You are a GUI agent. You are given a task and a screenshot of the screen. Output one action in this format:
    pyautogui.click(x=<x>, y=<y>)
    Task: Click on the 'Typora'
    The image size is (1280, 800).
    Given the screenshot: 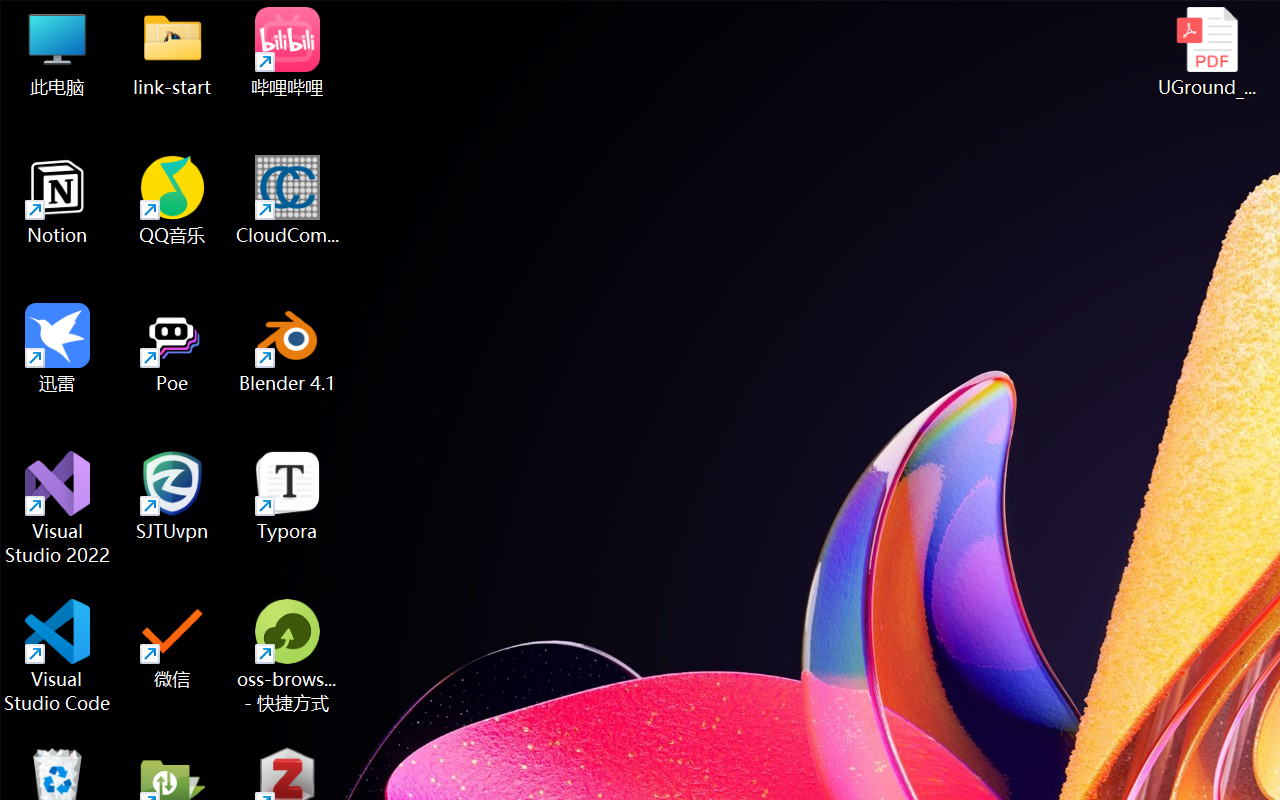 What is the action you would take?
    pyautogui.click(x=287, y=496)
    